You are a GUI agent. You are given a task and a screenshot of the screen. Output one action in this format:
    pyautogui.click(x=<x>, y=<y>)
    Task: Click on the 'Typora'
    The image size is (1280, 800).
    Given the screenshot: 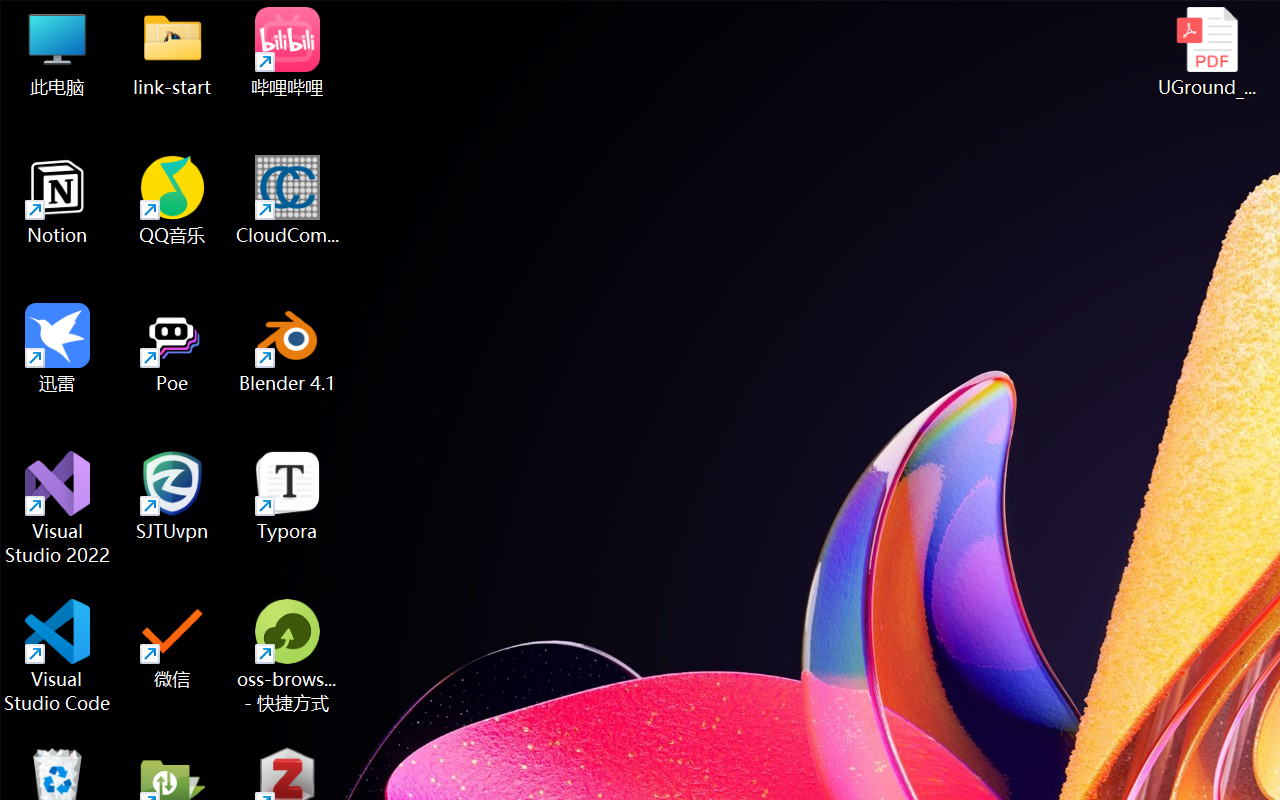 What is the action you would take?
    pyautogui.click(x=287, y=496)
    